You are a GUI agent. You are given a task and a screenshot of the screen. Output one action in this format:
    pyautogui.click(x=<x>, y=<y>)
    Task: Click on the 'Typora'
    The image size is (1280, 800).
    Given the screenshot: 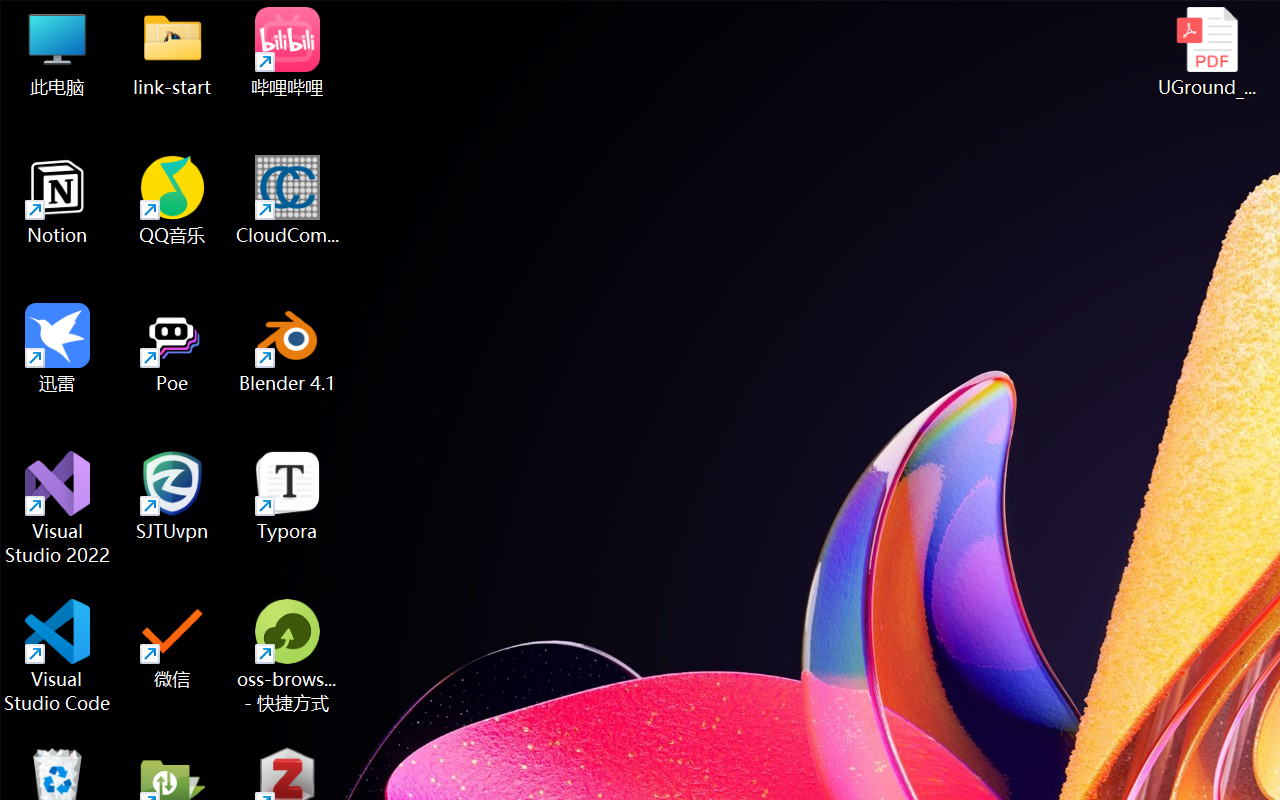 What is the action you would take?
    pyautogui.click(x=287, y=496)
    